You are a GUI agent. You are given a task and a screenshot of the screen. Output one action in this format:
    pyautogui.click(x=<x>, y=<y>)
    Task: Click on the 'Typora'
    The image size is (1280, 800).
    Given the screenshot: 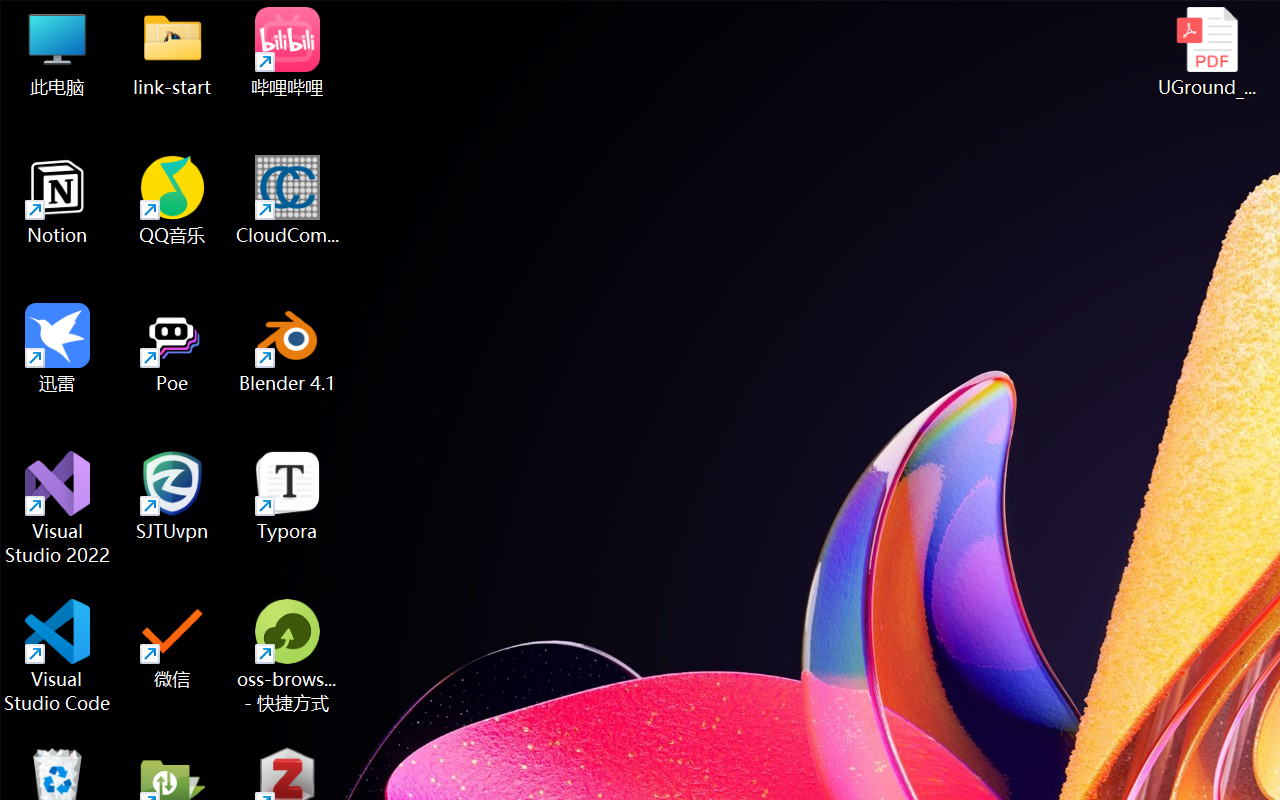 What is the action you would take?
    pyautogui.click(x=287, y=496)
    